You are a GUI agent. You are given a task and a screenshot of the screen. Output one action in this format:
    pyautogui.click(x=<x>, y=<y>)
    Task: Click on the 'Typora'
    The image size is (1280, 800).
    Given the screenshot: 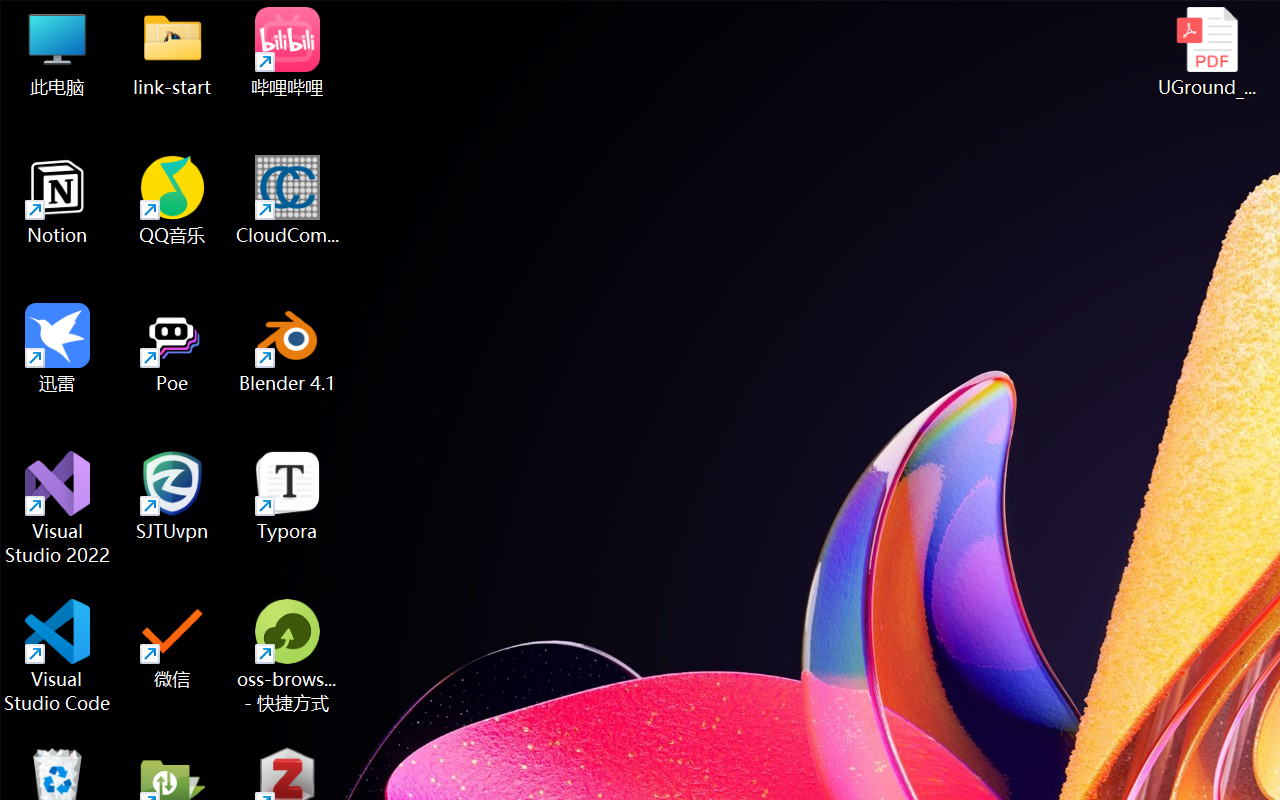 What is the action you would take?
    pyautogui.click(x=287, y=496)
    